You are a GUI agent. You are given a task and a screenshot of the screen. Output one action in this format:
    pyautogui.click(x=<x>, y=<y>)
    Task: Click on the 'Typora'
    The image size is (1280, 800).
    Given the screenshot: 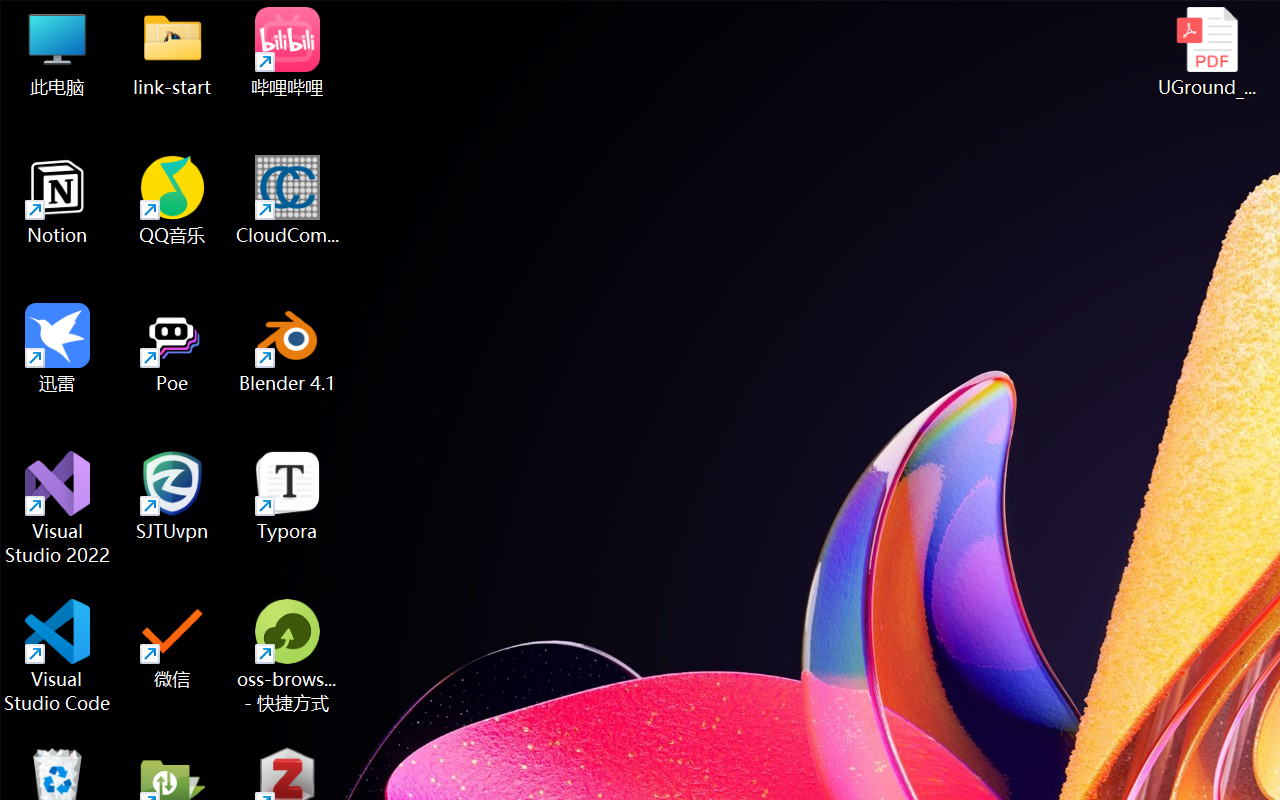 What is the action you would take?
    pyautogui.click(x=287, y=496)
    